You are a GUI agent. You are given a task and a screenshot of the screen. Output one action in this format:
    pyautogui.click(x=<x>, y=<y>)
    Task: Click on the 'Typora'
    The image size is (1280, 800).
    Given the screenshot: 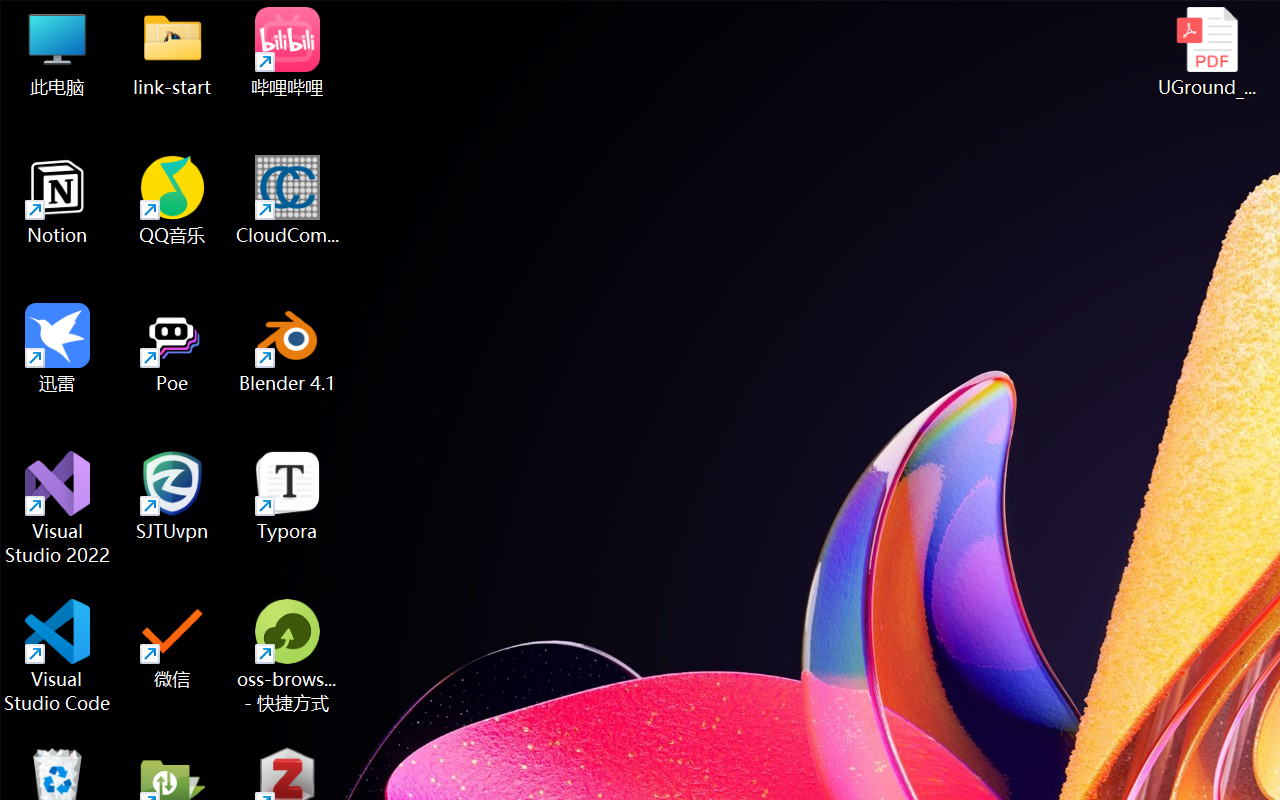 What is the action you would take?
    pyautogui.click(x=287, y=496)
    